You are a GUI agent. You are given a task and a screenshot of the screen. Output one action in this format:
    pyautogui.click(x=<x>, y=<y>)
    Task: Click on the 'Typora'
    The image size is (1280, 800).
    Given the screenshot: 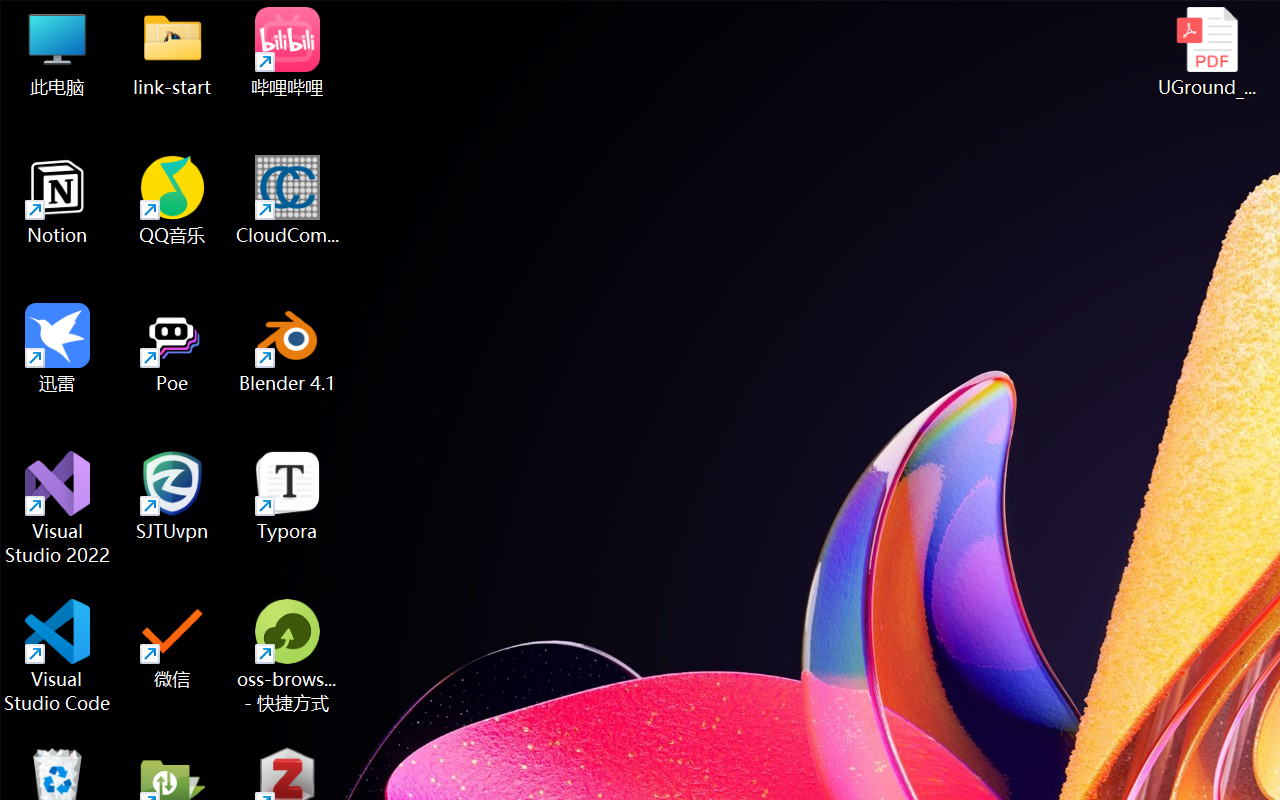 What is the action you would take?
    pyautogui.click(x=287, y=496)
    